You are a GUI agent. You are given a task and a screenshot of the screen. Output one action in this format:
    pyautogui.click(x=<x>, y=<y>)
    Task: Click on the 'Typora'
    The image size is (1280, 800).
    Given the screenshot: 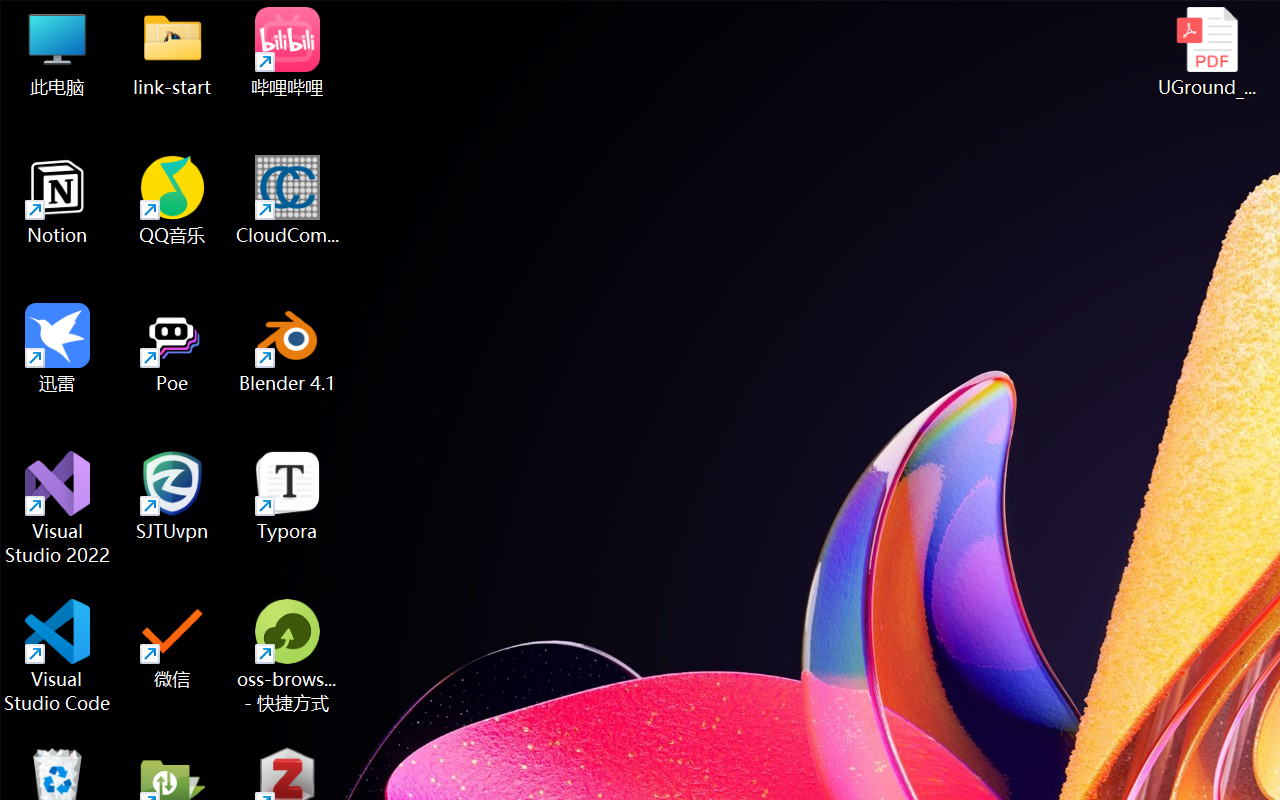 What is the action you would take?
    pyautogui.click(x=287, y=496)
    